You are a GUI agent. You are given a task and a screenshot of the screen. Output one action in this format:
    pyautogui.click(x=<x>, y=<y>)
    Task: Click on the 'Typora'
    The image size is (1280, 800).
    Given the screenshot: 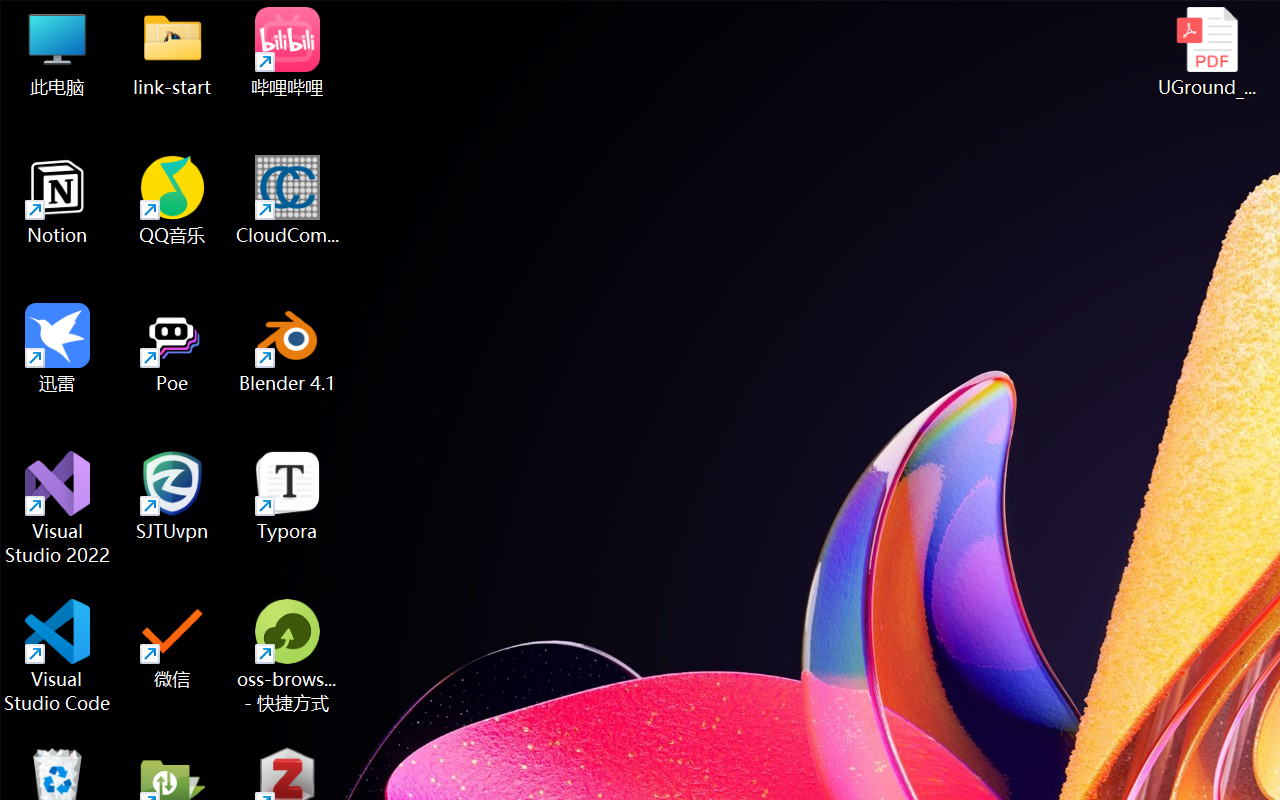 What is the action you would take?
    pyautogui.click(x=287, y=496)
    